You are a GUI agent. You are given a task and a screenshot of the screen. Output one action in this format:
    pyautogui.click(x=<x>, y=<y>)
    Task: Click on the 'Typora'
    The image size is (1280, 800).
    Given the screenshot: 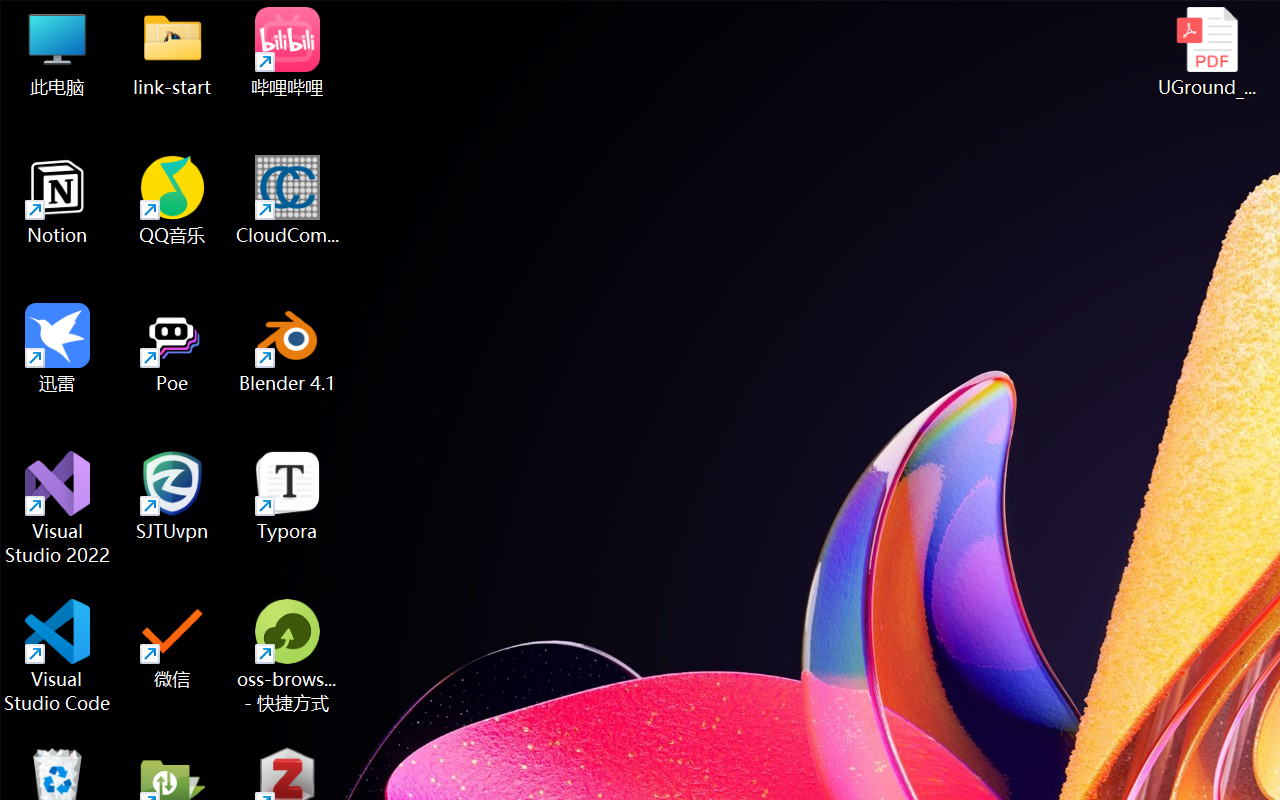 What is the action you would take?
    pyautogui.click(x=287, y=496)
    